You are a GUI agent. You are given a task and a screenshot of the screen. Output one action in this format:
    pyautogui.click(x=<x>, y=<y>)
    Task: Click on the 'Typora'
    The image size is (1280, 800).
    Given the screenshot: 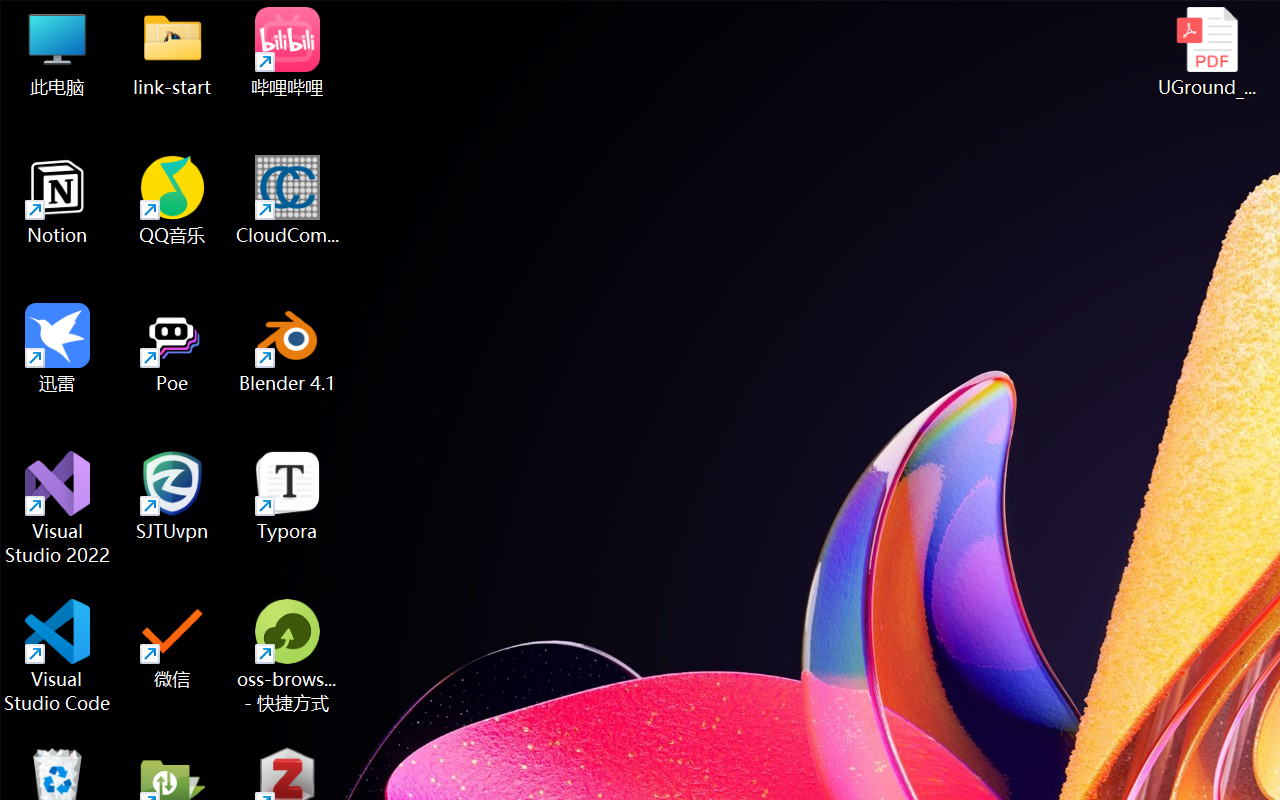 What is the action you would take?
    pyautogui.click(x=287, y=496)
    